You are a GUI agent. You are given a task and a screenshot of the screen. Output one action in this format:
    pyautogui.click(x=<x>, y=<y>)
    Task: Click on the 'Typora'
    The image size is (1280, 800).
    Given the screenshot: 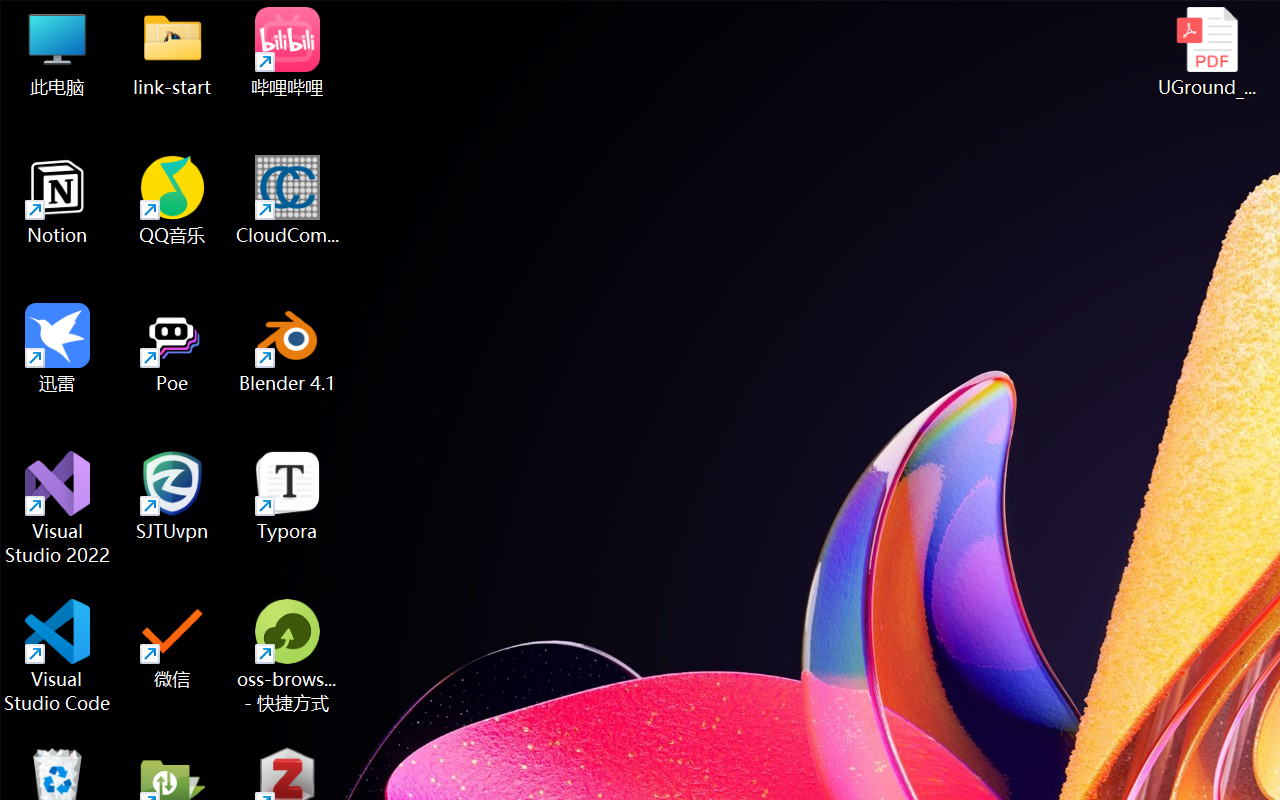 What is the action you would take?
    pyautogui.click(x=287, y=496)
    